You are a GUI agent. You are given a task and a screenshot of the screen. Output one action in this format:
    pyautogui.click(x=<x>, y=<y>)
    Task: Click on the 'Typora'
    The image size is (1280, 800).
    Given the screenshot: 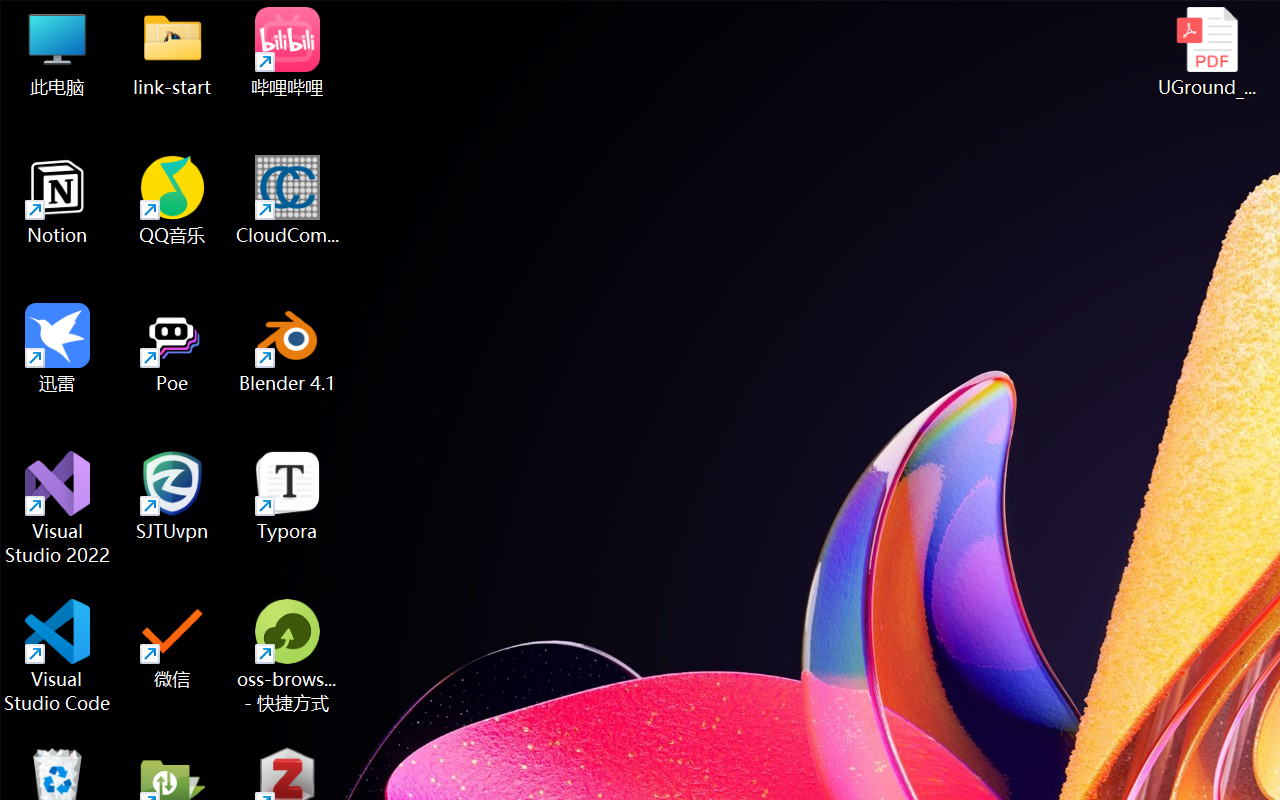 What is the action you would take?
    pyautogui.click(x=287, y=496)
    